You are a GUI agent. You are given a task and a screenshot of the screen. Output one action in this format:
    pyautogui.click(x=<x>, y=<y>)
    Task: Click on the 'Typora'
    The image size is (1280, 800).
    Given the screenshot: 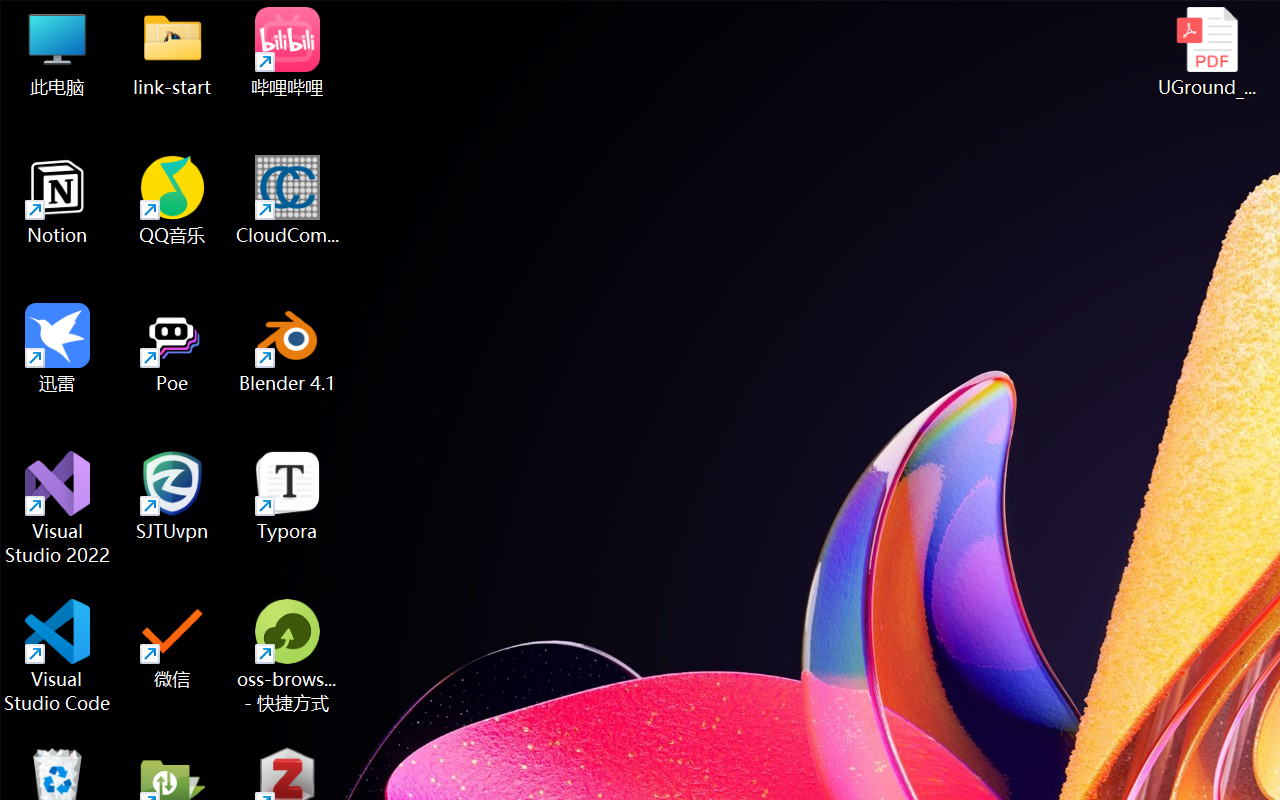 What is the action you would take?
    pyautogui.click(x=287, y=496)
    